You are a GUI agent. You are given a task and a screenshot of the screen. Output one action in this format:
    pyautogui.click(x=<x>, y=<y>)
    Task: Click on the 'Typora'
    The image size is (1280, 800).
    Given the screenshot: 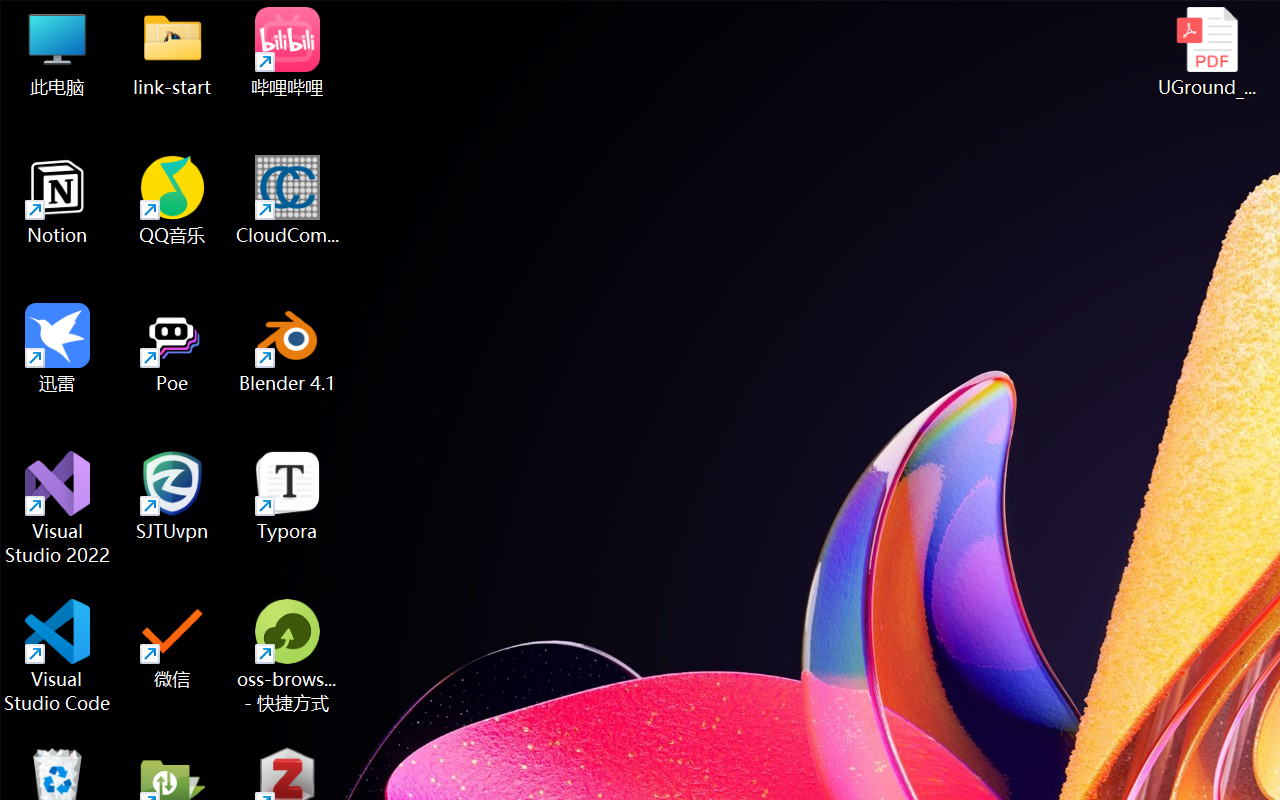 What is the action you would take?
    pyautogui.click(x=287, y=496)
    